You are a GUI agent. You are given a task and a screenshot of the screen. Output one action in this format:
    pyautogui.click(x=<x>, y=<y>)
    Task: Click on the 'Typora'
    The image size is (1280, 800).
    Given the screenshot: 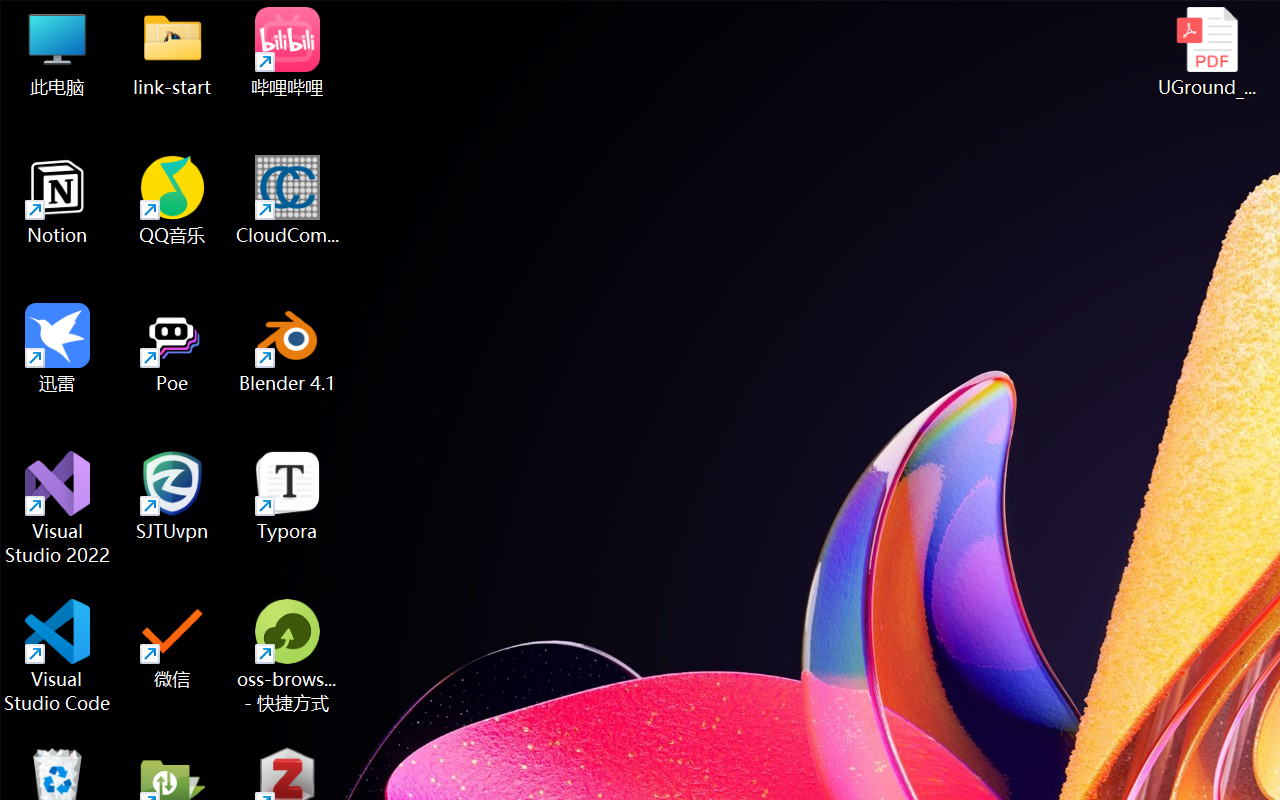 What is the action you would take?
    pyautogui.click(x=287, y=496)
    